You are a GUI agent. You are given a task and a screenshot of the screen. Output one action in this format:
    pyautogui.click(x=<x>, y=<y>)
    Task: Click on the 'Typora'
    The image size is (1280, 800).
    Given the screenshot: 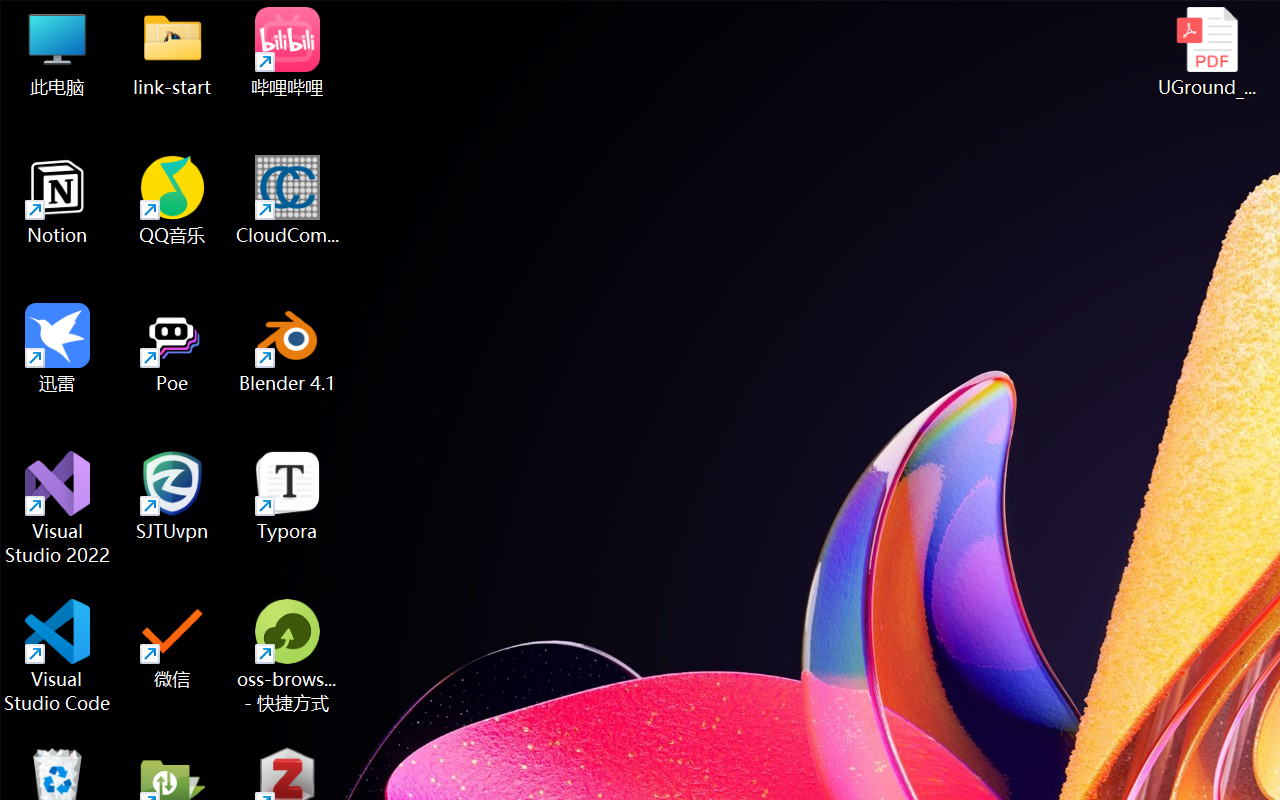 What is the action you would take?
    pyautogui.click(x=287, y=496)
    